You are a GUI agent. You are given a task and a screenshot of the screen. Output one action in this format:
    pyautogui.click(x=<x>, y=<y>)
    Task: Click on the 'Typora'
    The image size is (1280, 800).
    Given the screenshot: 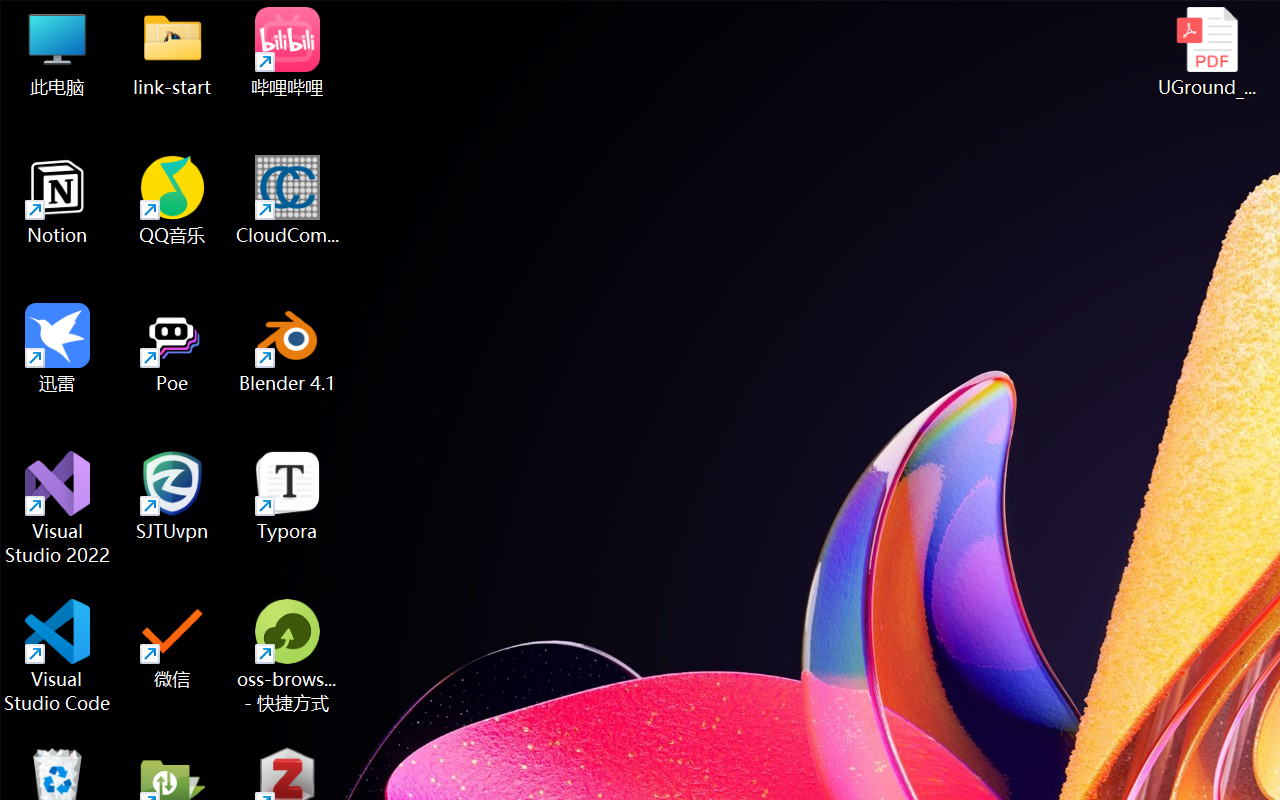 What is the action you would take?
    pyautogui.click(x=287, y=496)
    